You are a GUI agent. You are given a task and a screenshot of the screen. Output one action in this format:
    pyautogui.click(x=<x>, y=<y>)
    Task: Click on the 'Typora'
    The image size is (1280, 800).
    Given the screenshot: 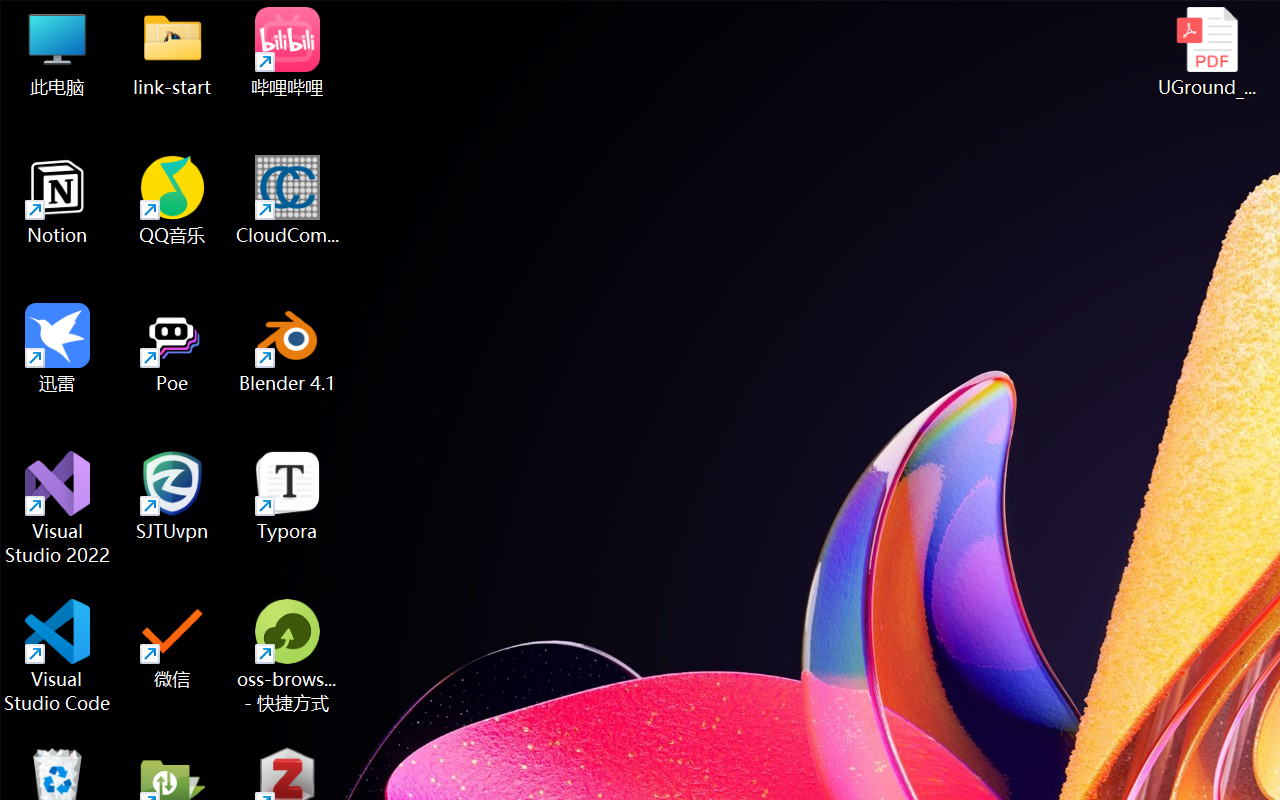 What is the action you would take?
    pyautogui.click(x=287, y=496)
    